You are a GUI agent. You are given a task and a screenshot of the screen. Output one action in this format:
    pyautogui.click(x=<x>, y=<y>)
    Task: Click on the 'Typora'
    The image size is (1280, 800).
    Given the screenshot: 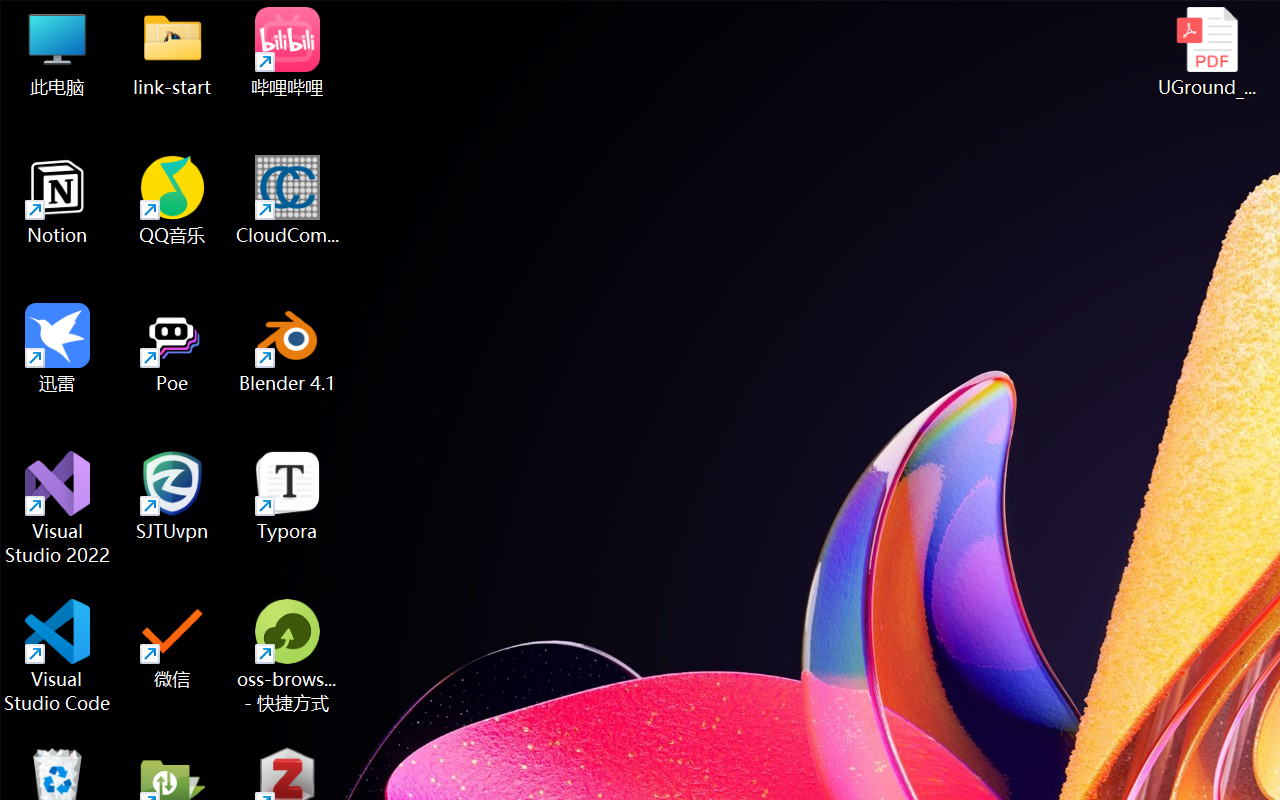 What is the action you would take?
    pyautogui.click(x=287, y=496)
    